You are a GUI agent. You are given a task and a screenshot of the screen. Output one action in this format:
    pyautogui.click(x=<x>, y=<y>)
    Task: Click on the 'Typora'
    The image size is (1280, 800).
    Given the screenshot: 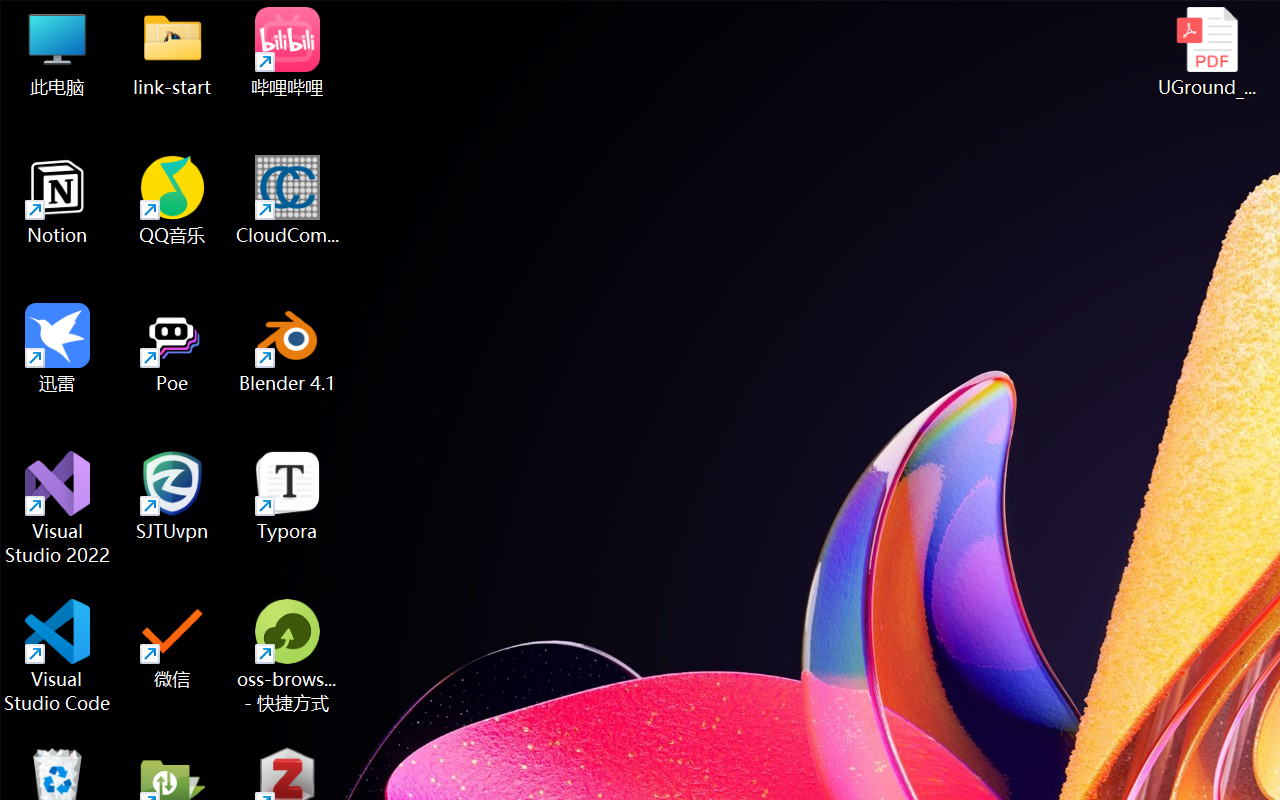 What is the action you would take?
    pyautogui.click(x=287, y=496)
    